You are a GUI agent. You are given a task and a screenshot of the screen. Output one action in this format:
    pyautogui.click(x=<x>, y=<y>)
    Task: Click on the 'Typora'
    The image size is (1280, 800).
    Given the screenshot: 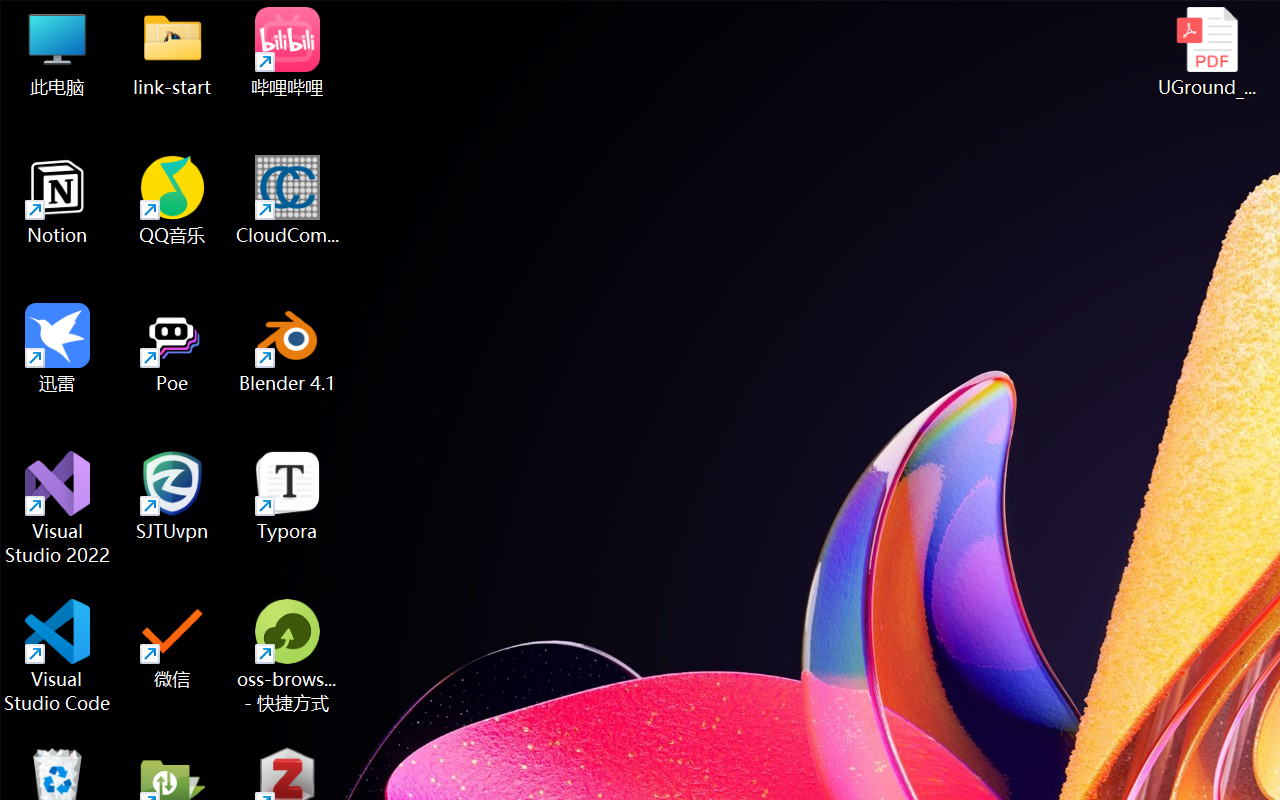 What is the action you would take?
    pyautogui.click(x=287, y=496)
    